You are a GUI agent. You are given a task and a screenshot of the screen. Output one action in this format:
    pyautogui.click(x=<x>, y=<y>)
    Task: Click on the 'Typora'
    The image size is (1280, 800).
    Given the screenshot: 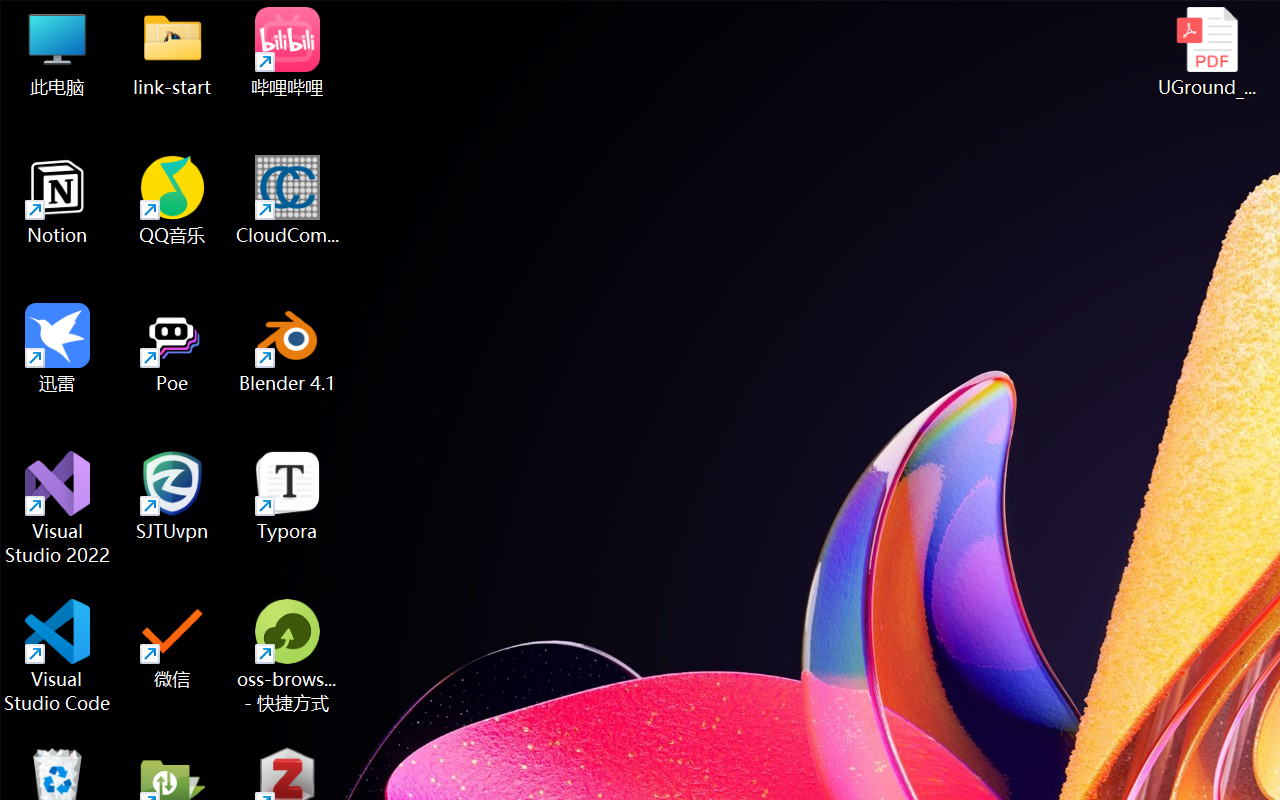 What is the action you would take?
    pyautogui.click(x=287, y=496)
    